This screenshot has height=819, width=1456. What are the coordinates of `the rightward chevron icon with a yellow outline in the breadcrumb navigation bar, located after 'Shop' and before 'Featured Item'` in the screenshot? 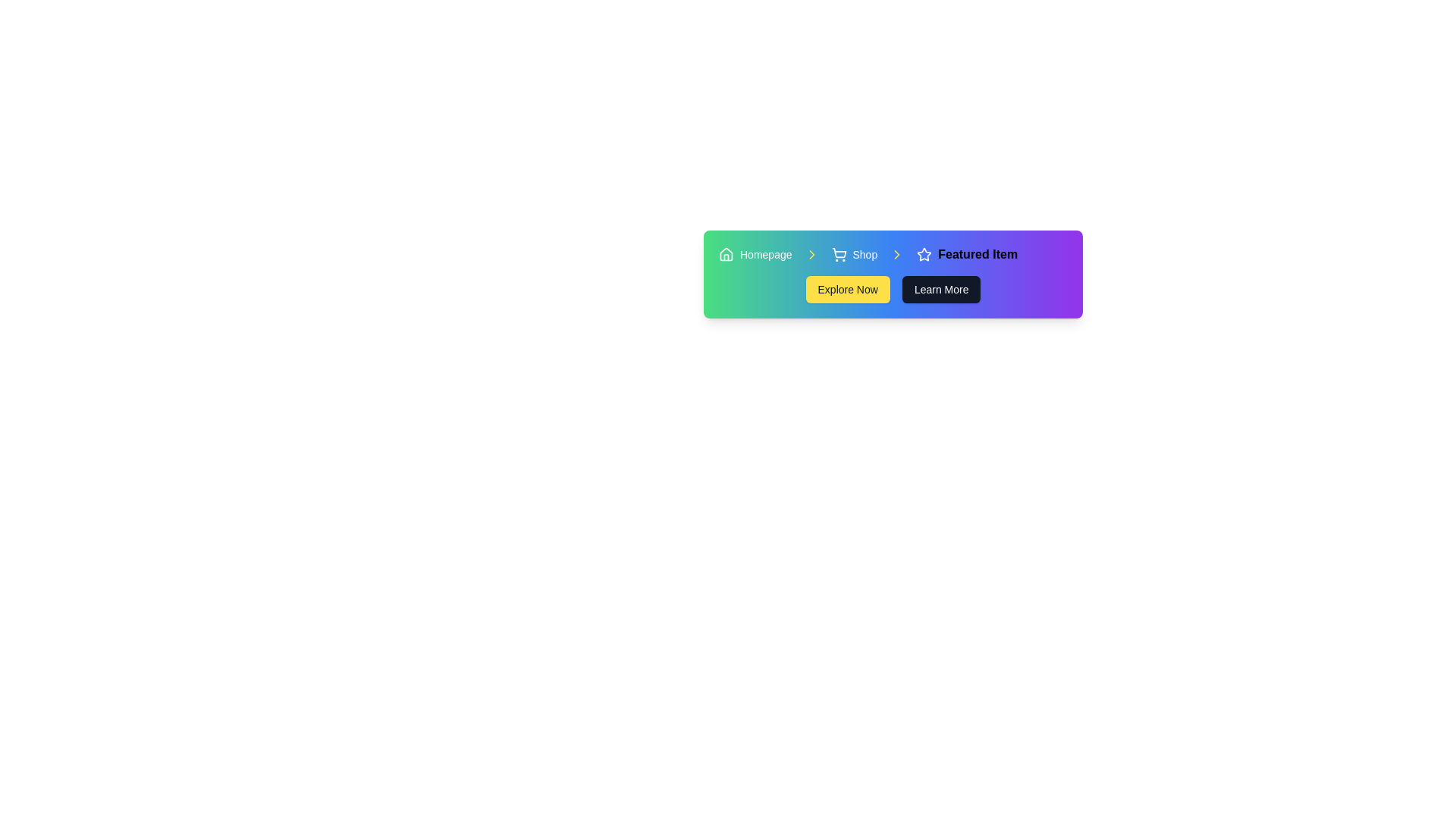 It's located at (897, 253).